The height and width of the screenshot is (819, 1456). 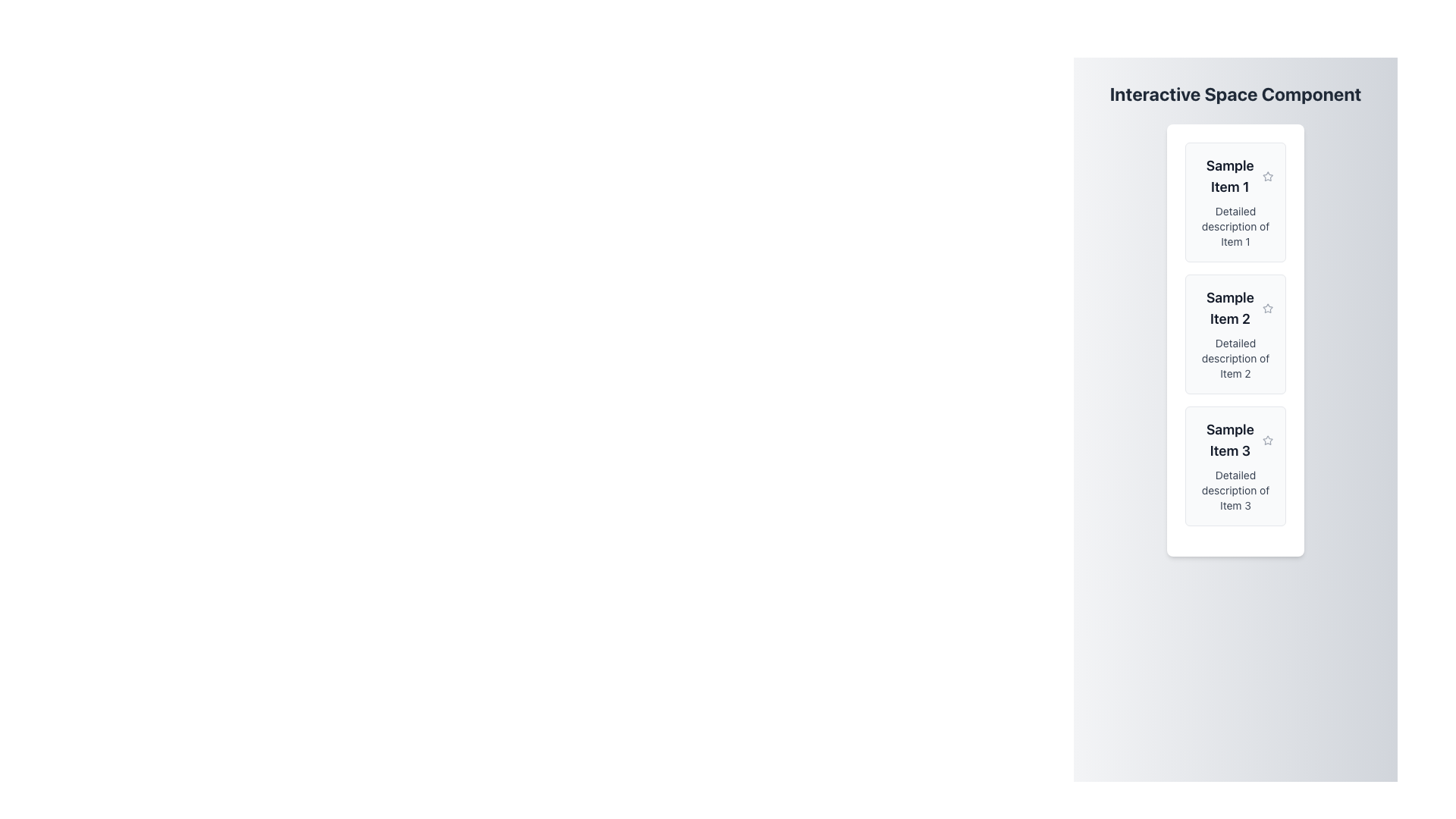 I want to click on the text label providing additional descriptive information about 'Sample Item 3', located in the third card of the vertical stack, so click(x=1235, y=491).